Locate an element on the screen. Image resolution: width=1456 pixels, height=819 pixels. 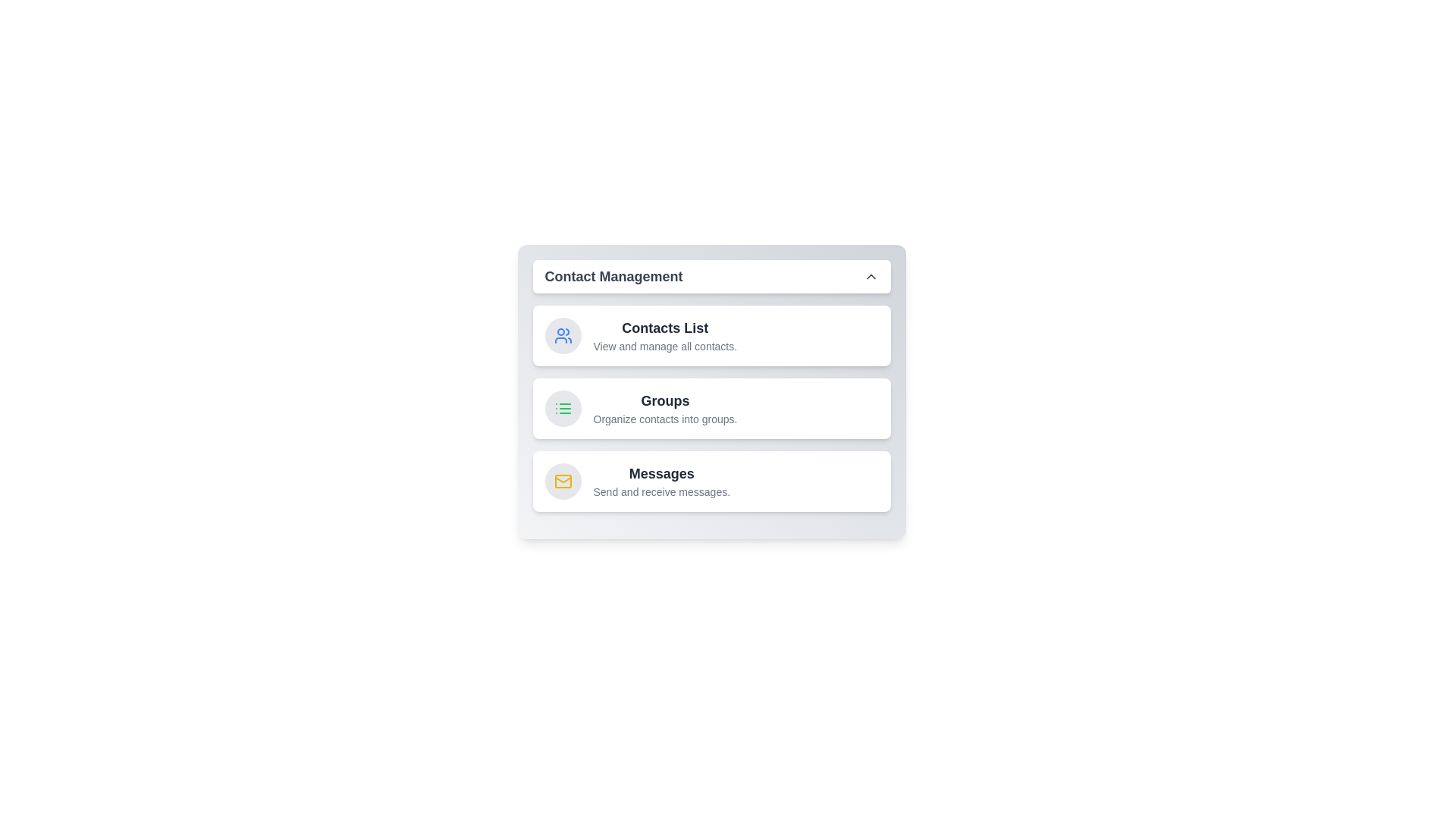
header button to toggle the menu visibility is located at coordinates (711, 277).